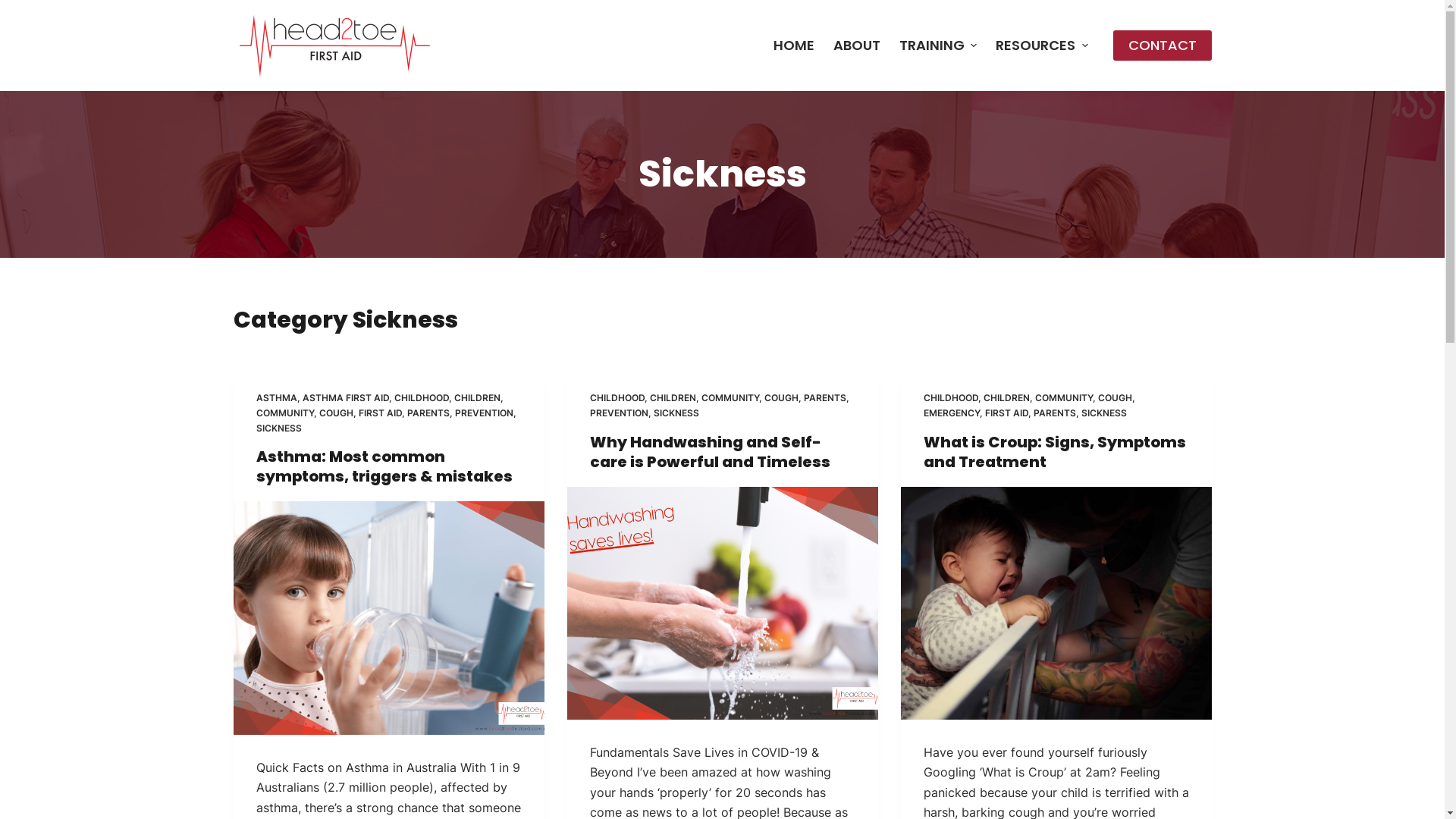 This screenshot has width=1456, height=819. I want to click on 'RESOURCES', so click(1041, 45).